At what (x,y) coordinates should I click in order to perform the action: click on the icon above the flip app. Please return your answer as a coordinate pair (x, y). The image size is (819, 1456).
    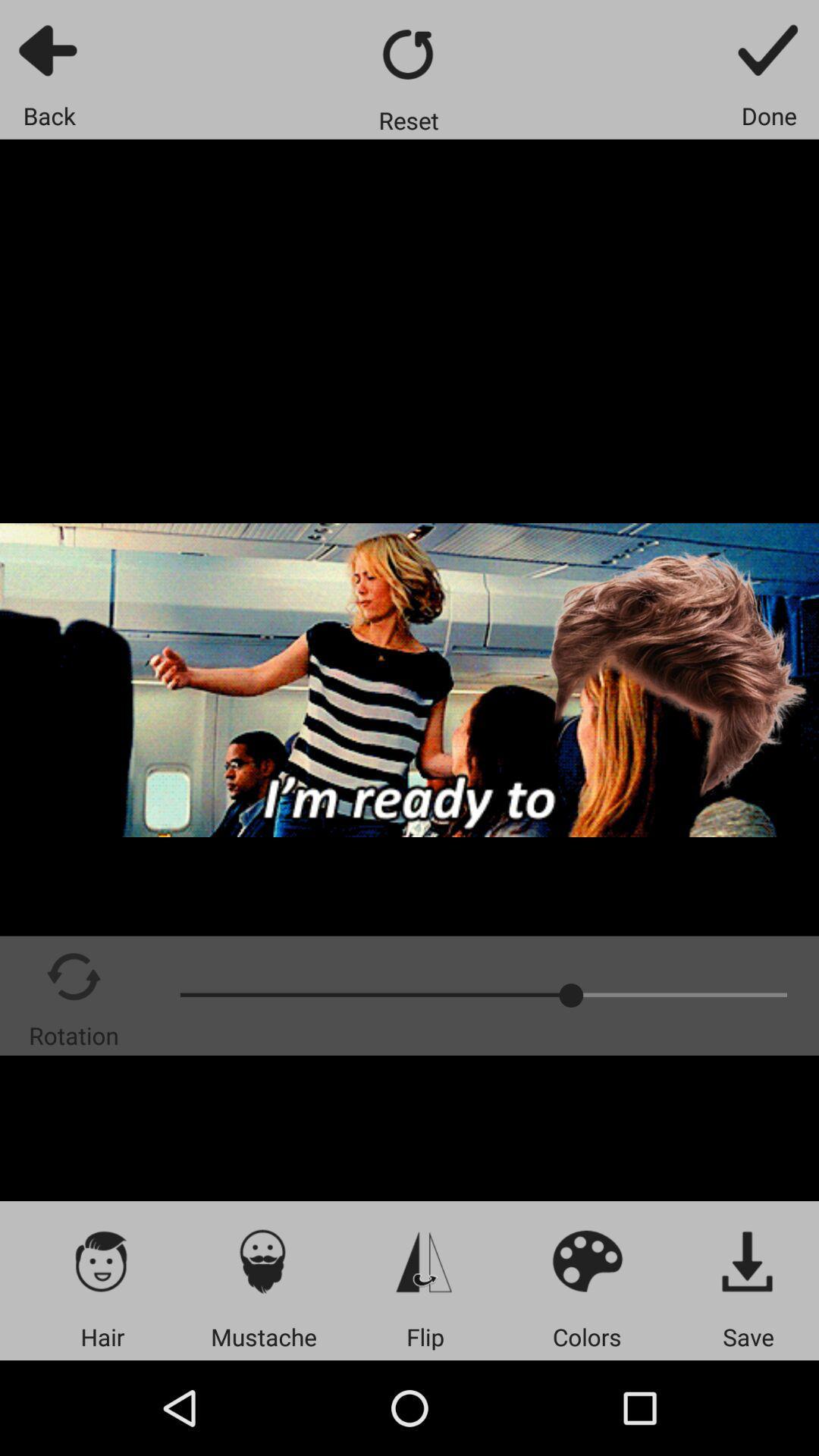
    Looking at the image, I should click on (425, 1260).